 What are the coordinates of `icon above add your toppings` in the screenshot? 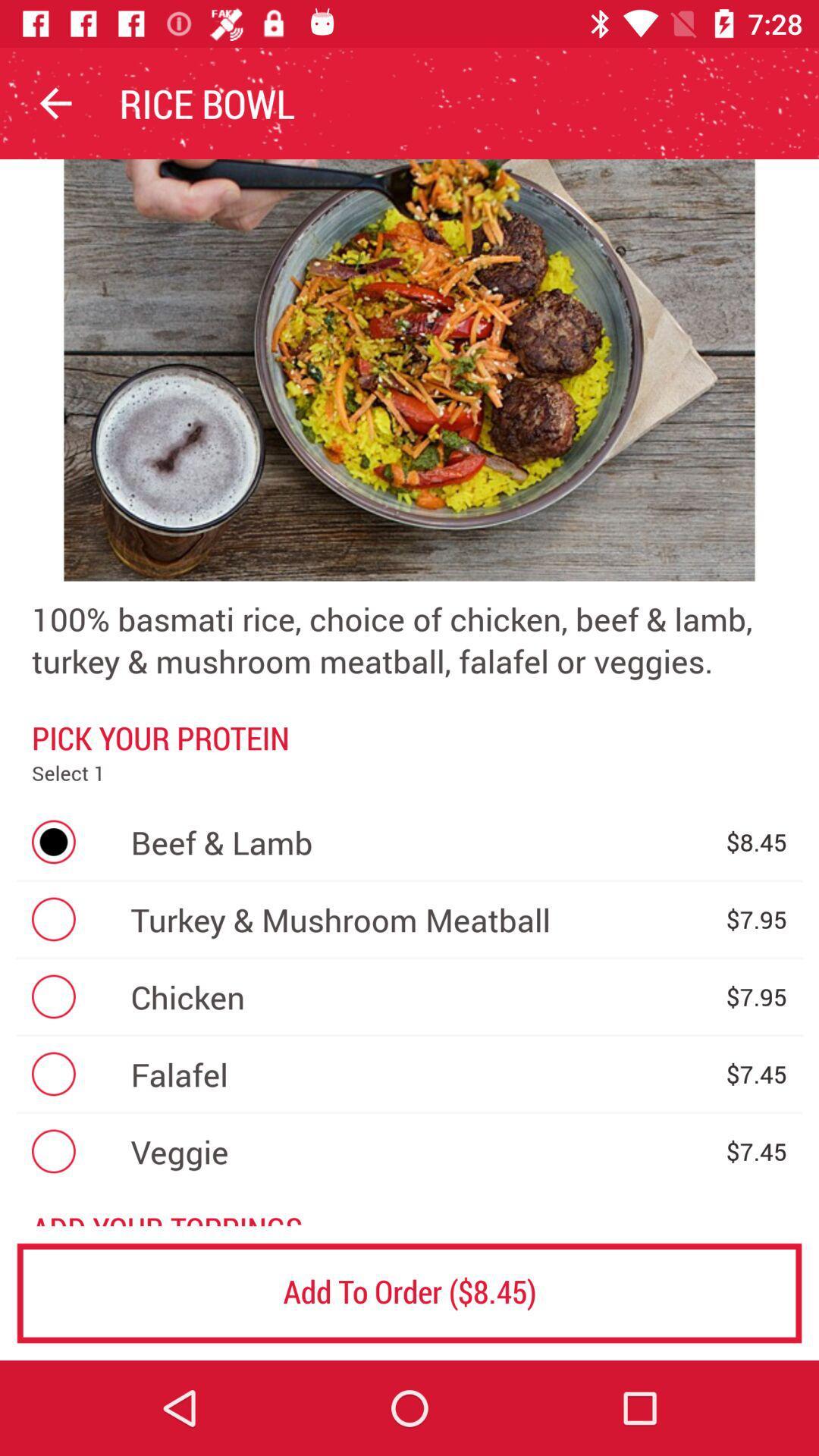 It's located at (420, 1151).